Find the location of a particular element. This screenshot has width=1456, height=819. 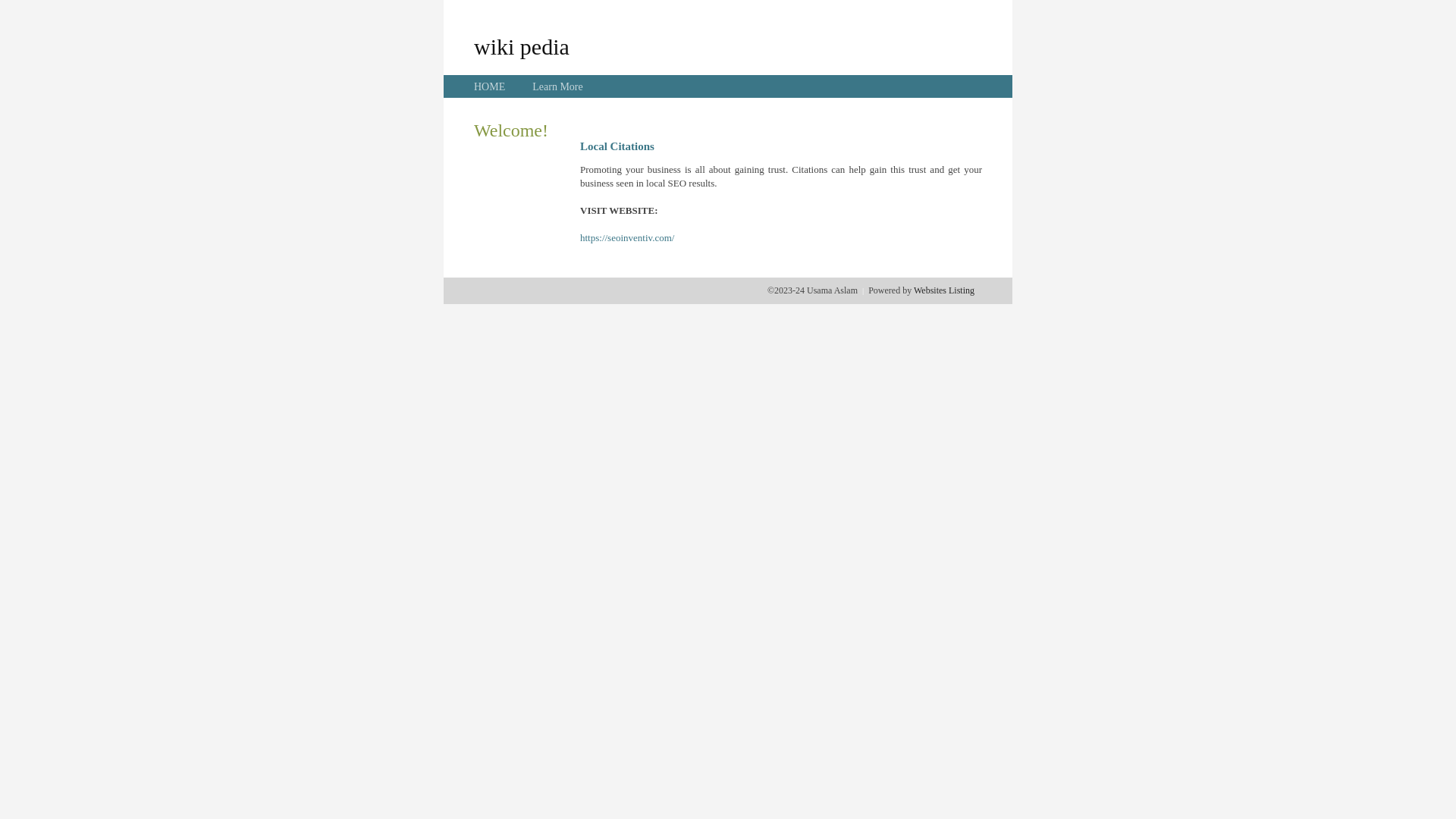

'Learn More' is located at coordinates (556, 86).